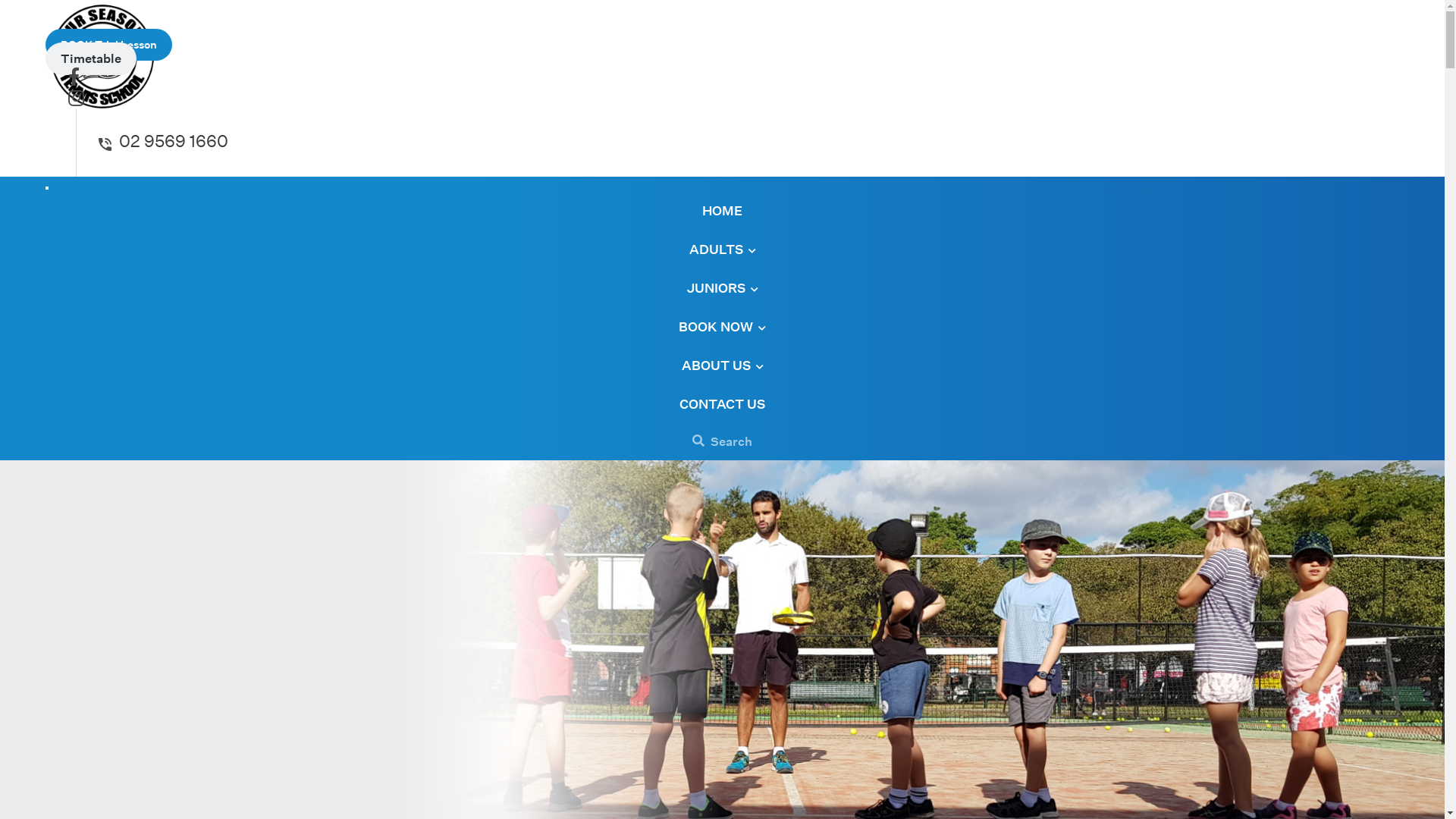 The height and width of the screenshot is (819, 1456). Describe the element at coordinates (90, 58) in the screenshot. I see `'Timetable'` at that location.